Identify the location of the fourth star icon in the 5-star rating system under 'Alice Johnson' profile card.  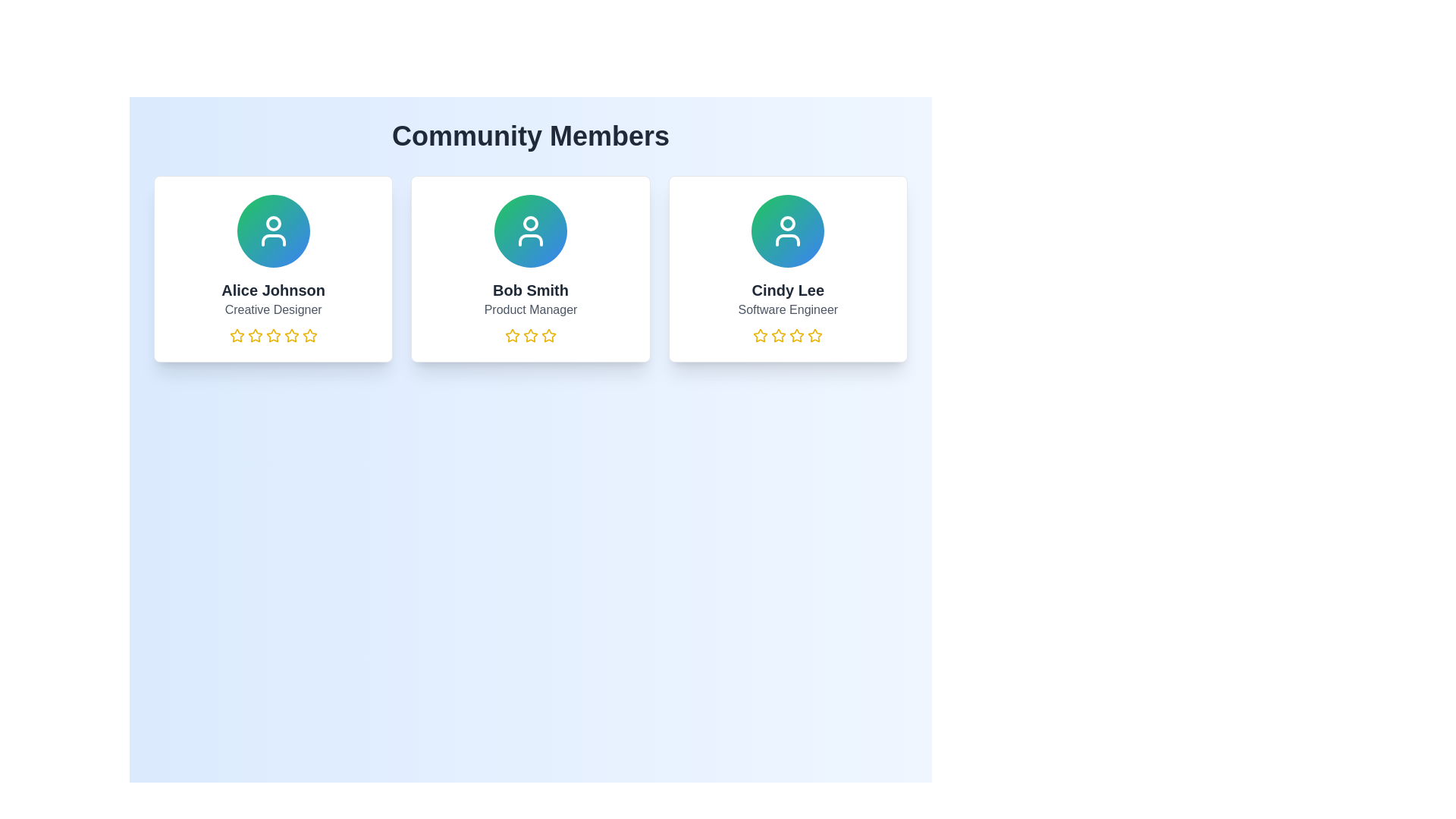
(291, 335).